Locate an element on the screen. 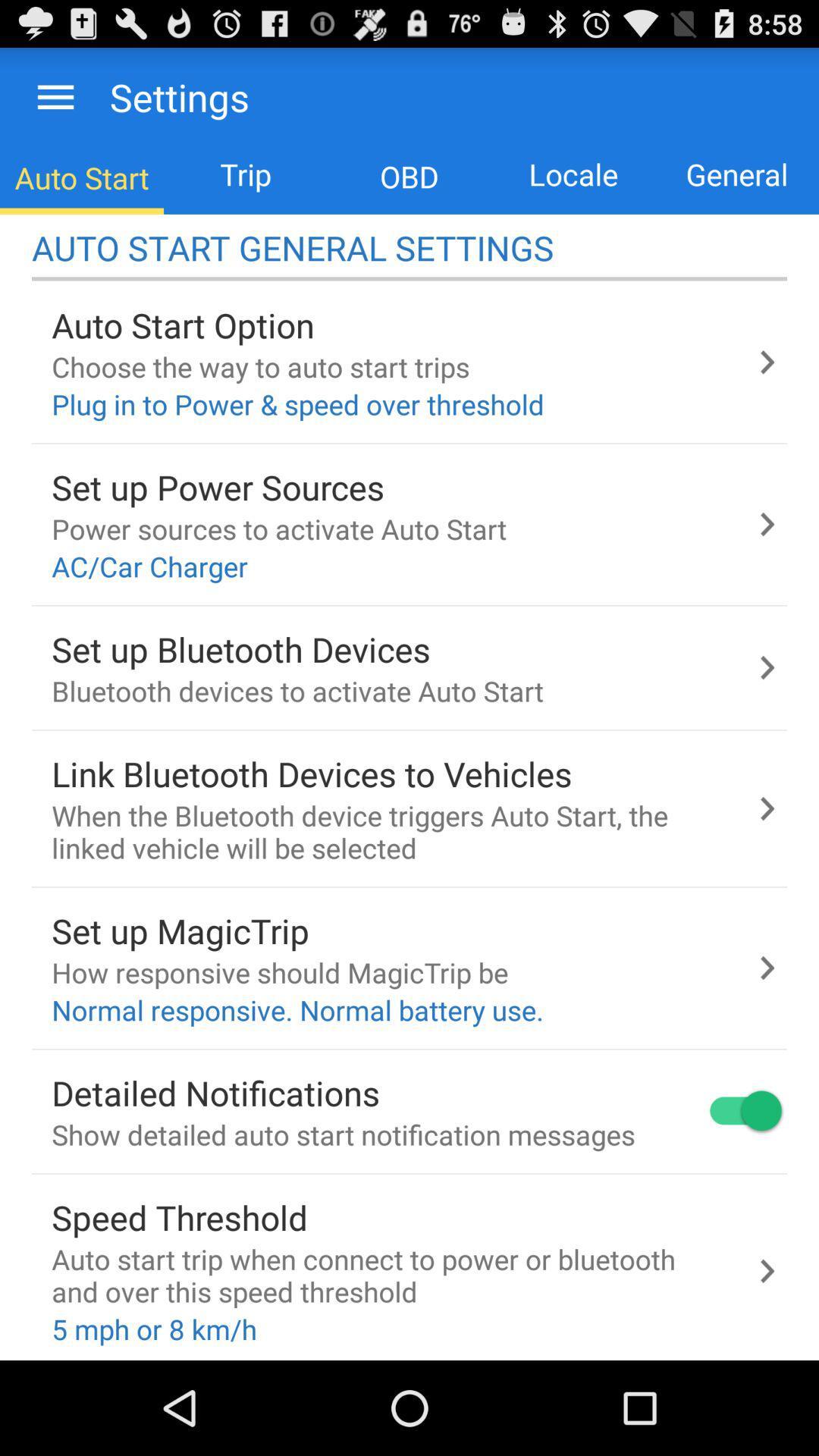 Image resolution: width=819 pixels, height=1456 pixels. the next option of the fourth setting is located at coordinates (767, 808).